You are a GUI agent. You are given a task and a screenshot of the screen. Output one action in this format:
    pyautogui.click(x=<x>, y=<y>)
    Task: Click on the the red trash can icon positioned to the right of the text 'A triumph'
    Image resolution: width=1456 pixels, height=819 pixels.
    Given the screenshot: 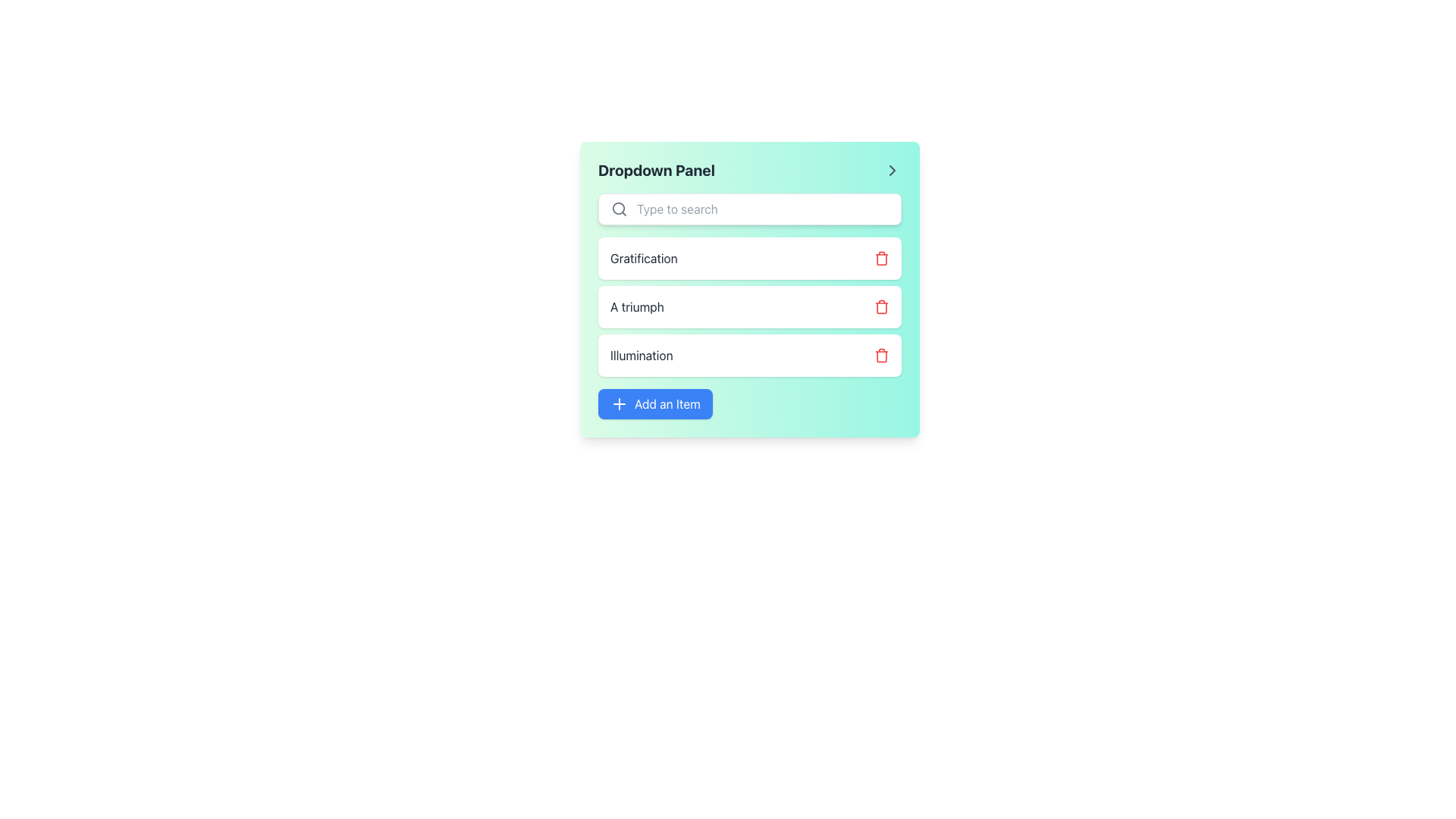 What is the action you would take?
    pyautogui.click(x=881, y=307)
    